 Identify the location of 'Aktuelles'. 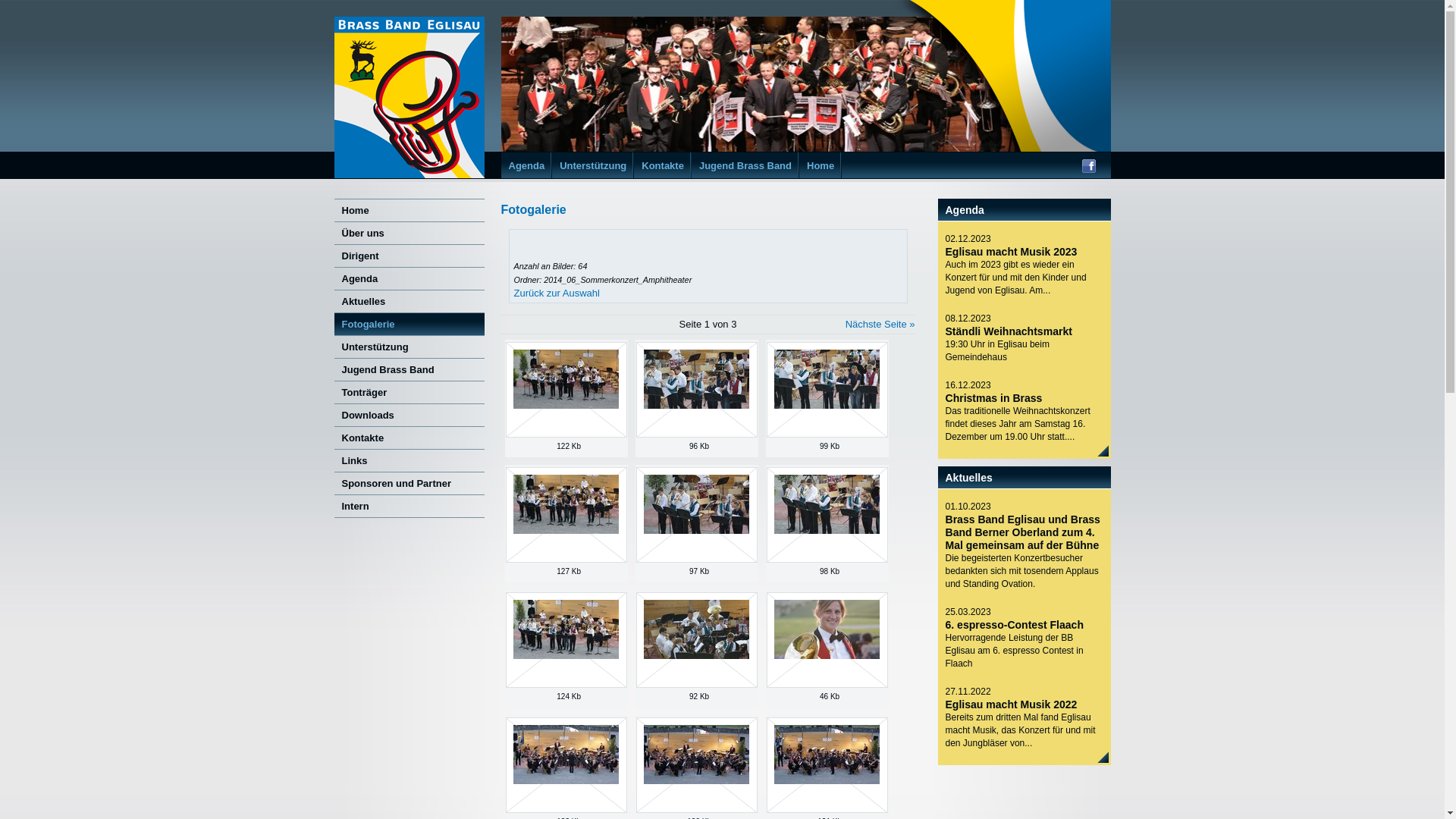
(408, 301).